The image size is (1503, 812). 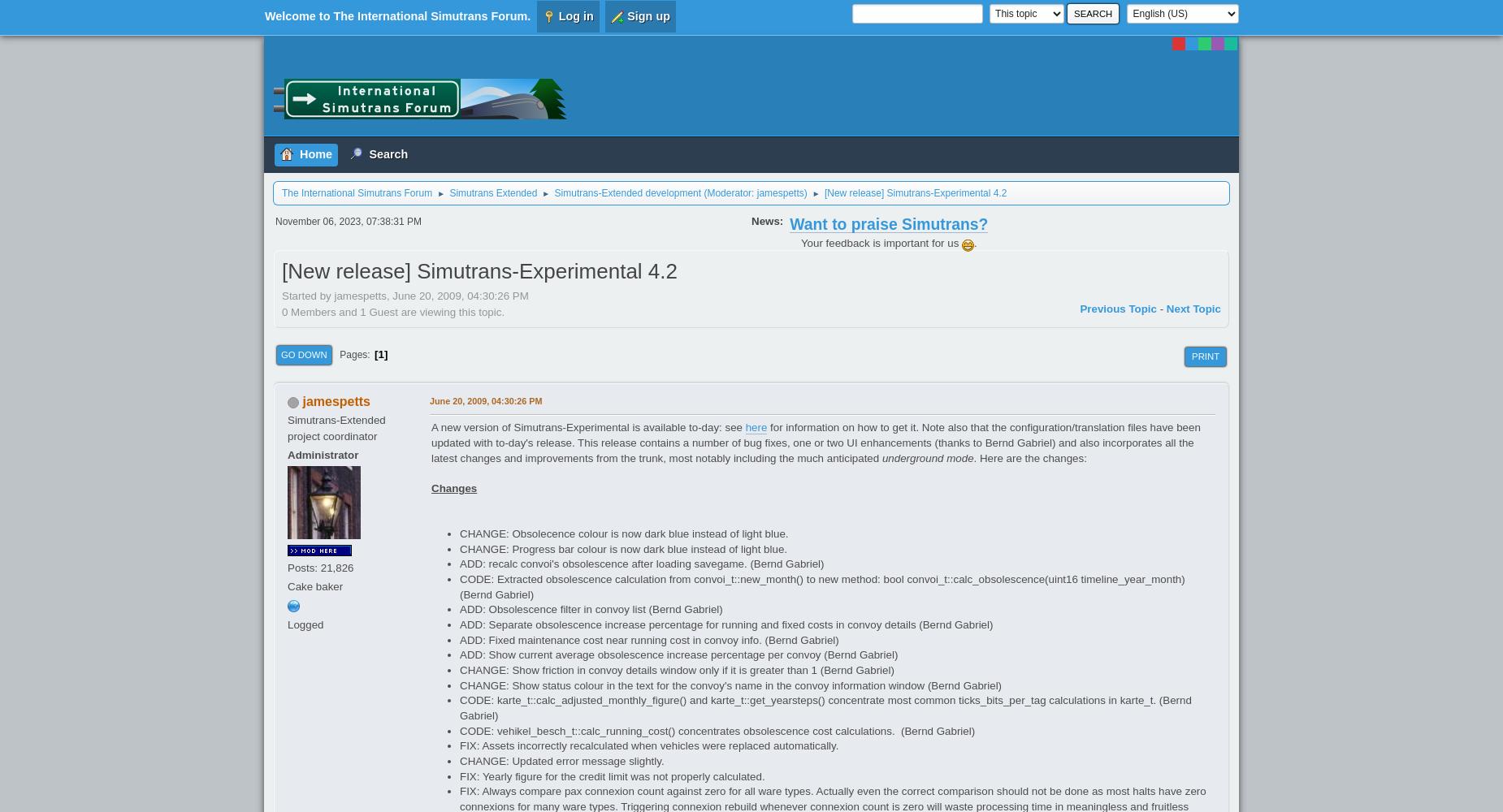 I want to click on 'Pages', so click(x=352, y=355).